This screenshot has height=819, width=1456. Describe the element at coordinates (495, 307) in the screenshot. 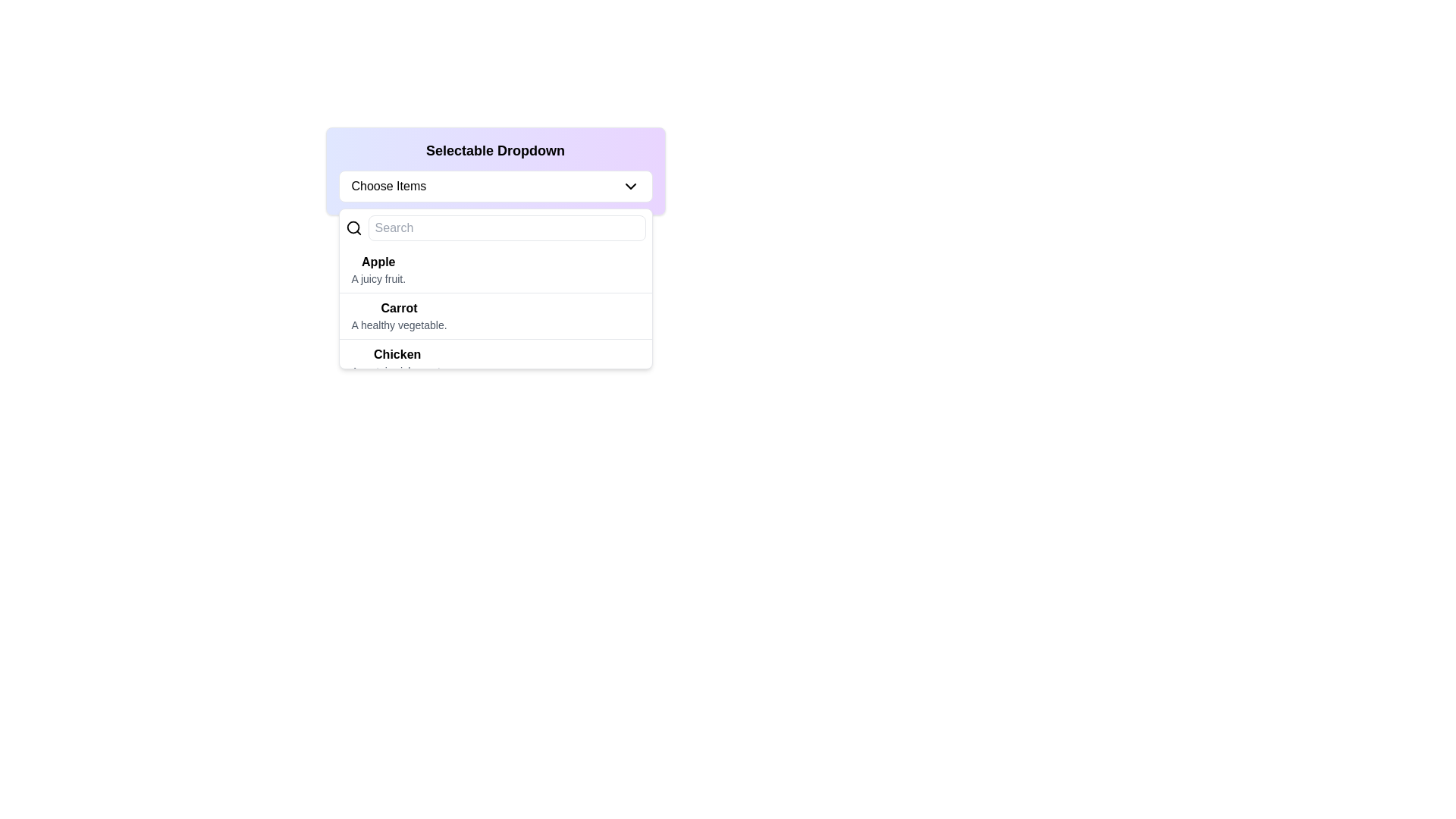

I see `the second entry in the dropdown menu, which is a selectable option positioned between 'Apple' and 'Chicken'` at that location.